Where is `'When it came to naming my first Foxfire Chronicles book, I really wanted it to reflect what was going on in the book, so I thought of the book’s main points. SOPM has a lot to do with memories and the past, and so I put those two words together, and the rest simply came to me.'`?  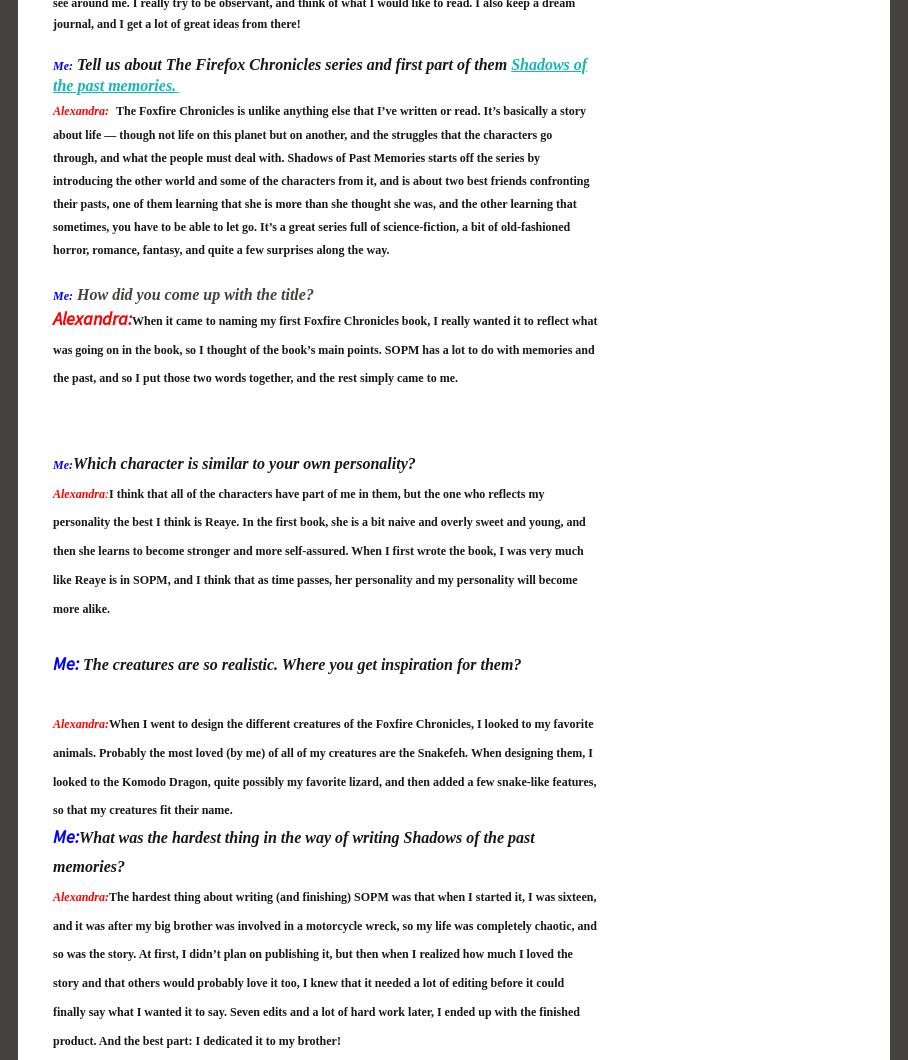
'When it came to naming my first Foxfire Chronicles book, I really wanted it to reflect what was going on in the book, so I thought of the book’s main points. SOPM has a lot to do with memories and the past, and so I put those two words together, and the rest simply came to me.' is located at coordinates (323, 348).